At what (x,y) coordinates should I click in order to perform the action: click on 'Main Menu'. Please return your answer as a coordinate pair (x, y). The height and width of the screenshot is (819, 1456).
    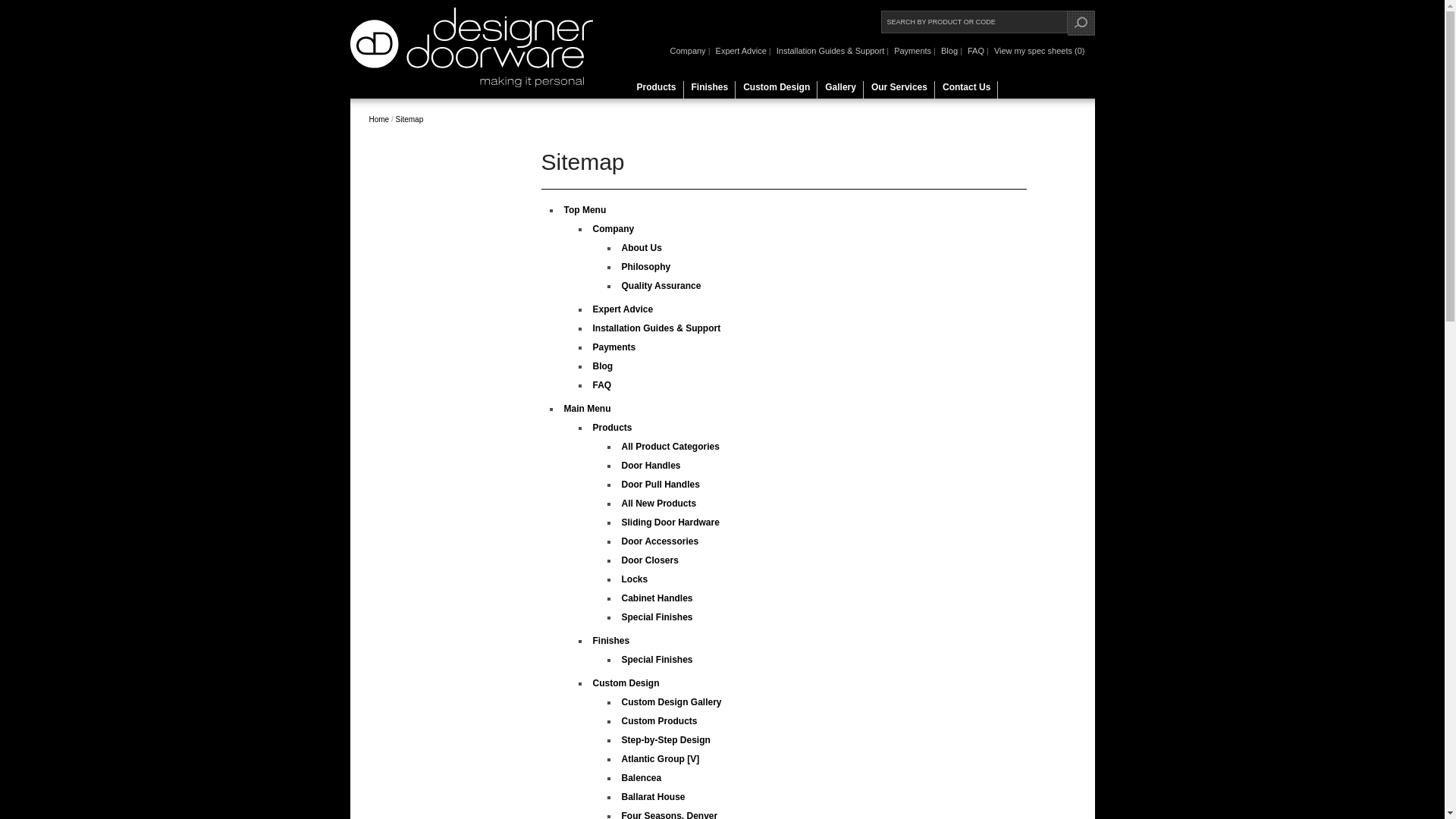
    Looking at the image, I should click on (586, 408).